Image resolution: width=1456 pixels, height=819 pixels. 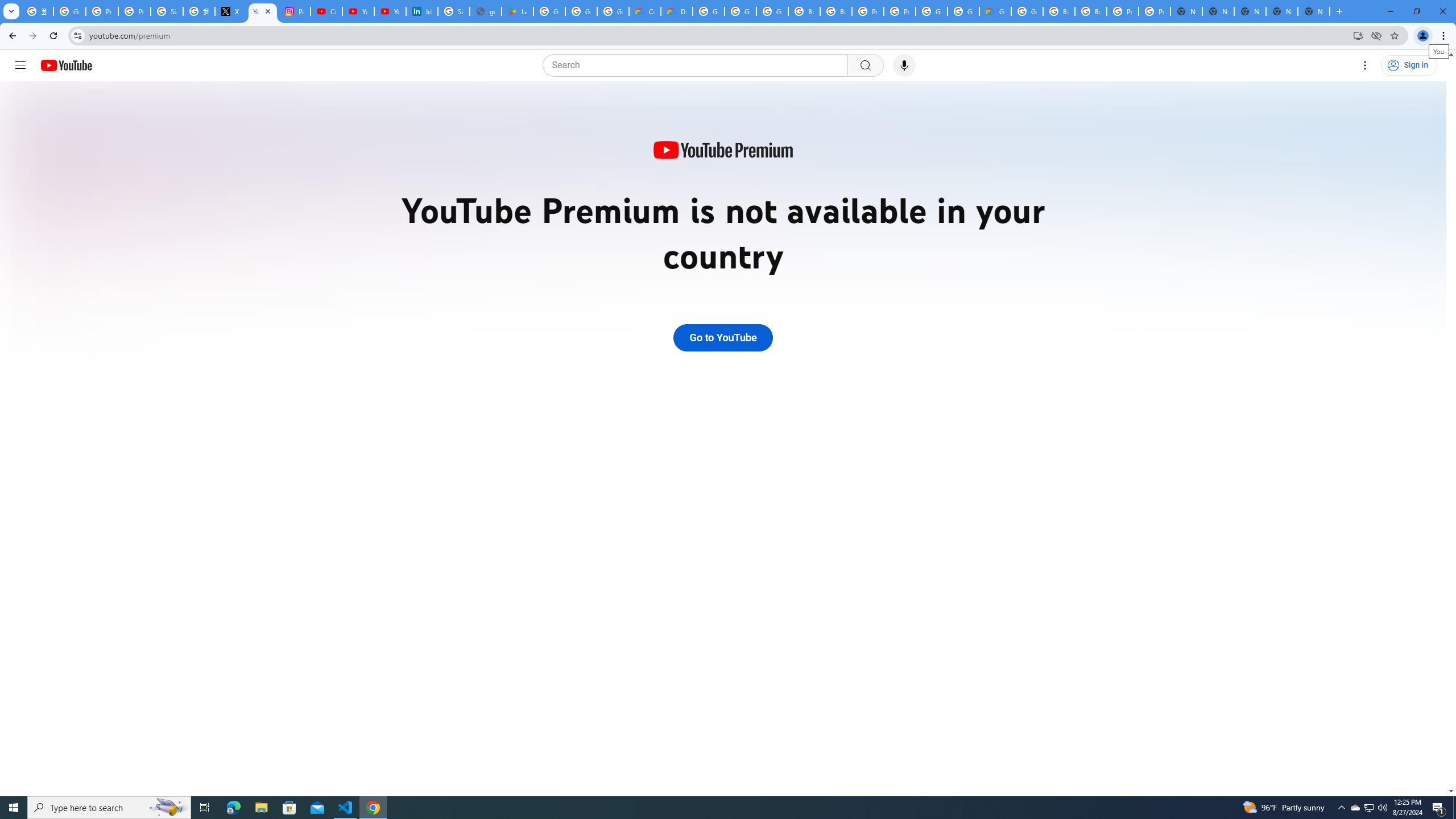 I want to click on 'YouTube Culture & Trends - YouTube Top 10, 2021', so click(x=390, y=11).